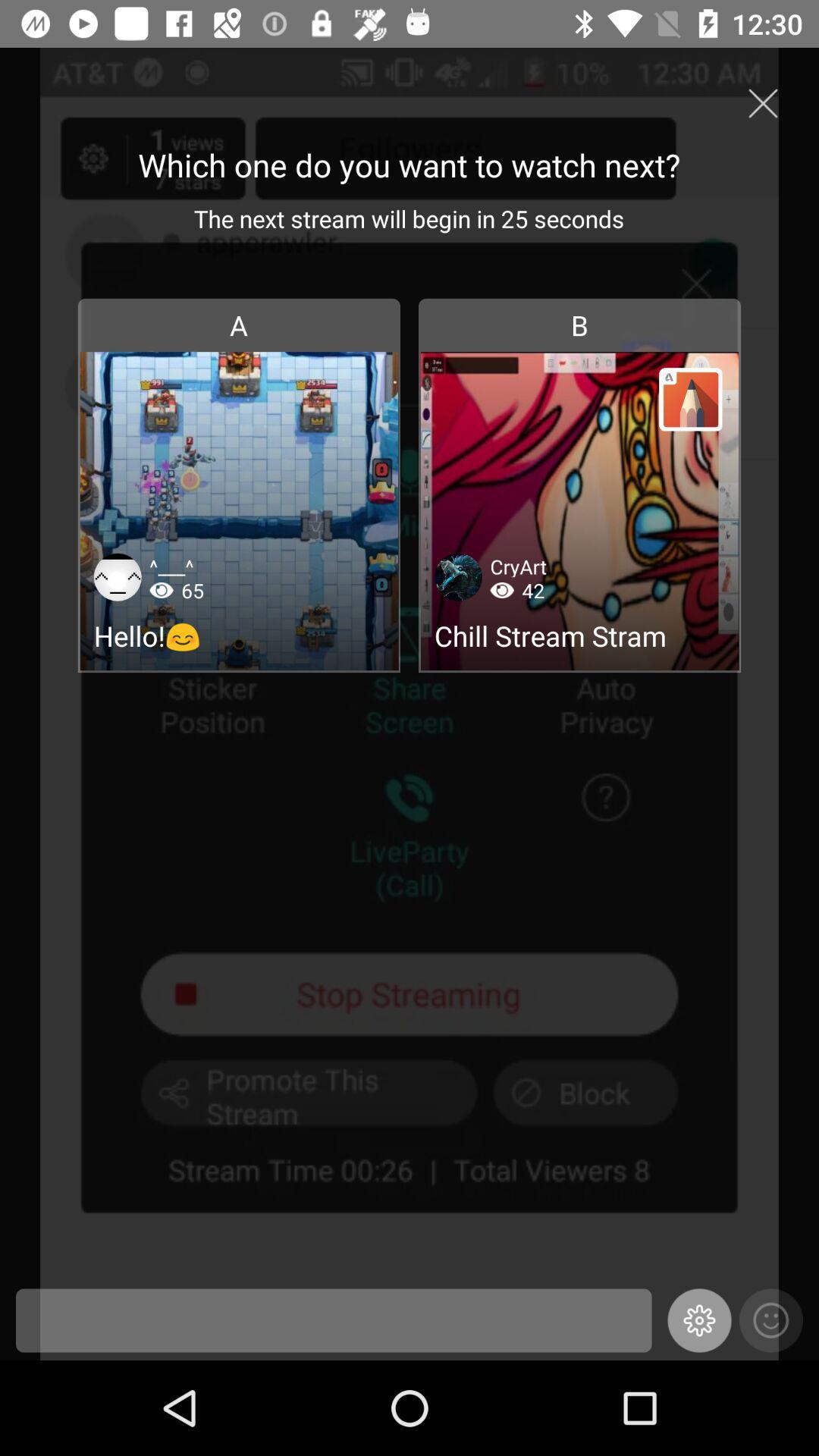 The image size is (819, 1456). What do you see at coordinates (763, 102) in the screenshot?
I see `the close icon` at bounding box center [763, 102].